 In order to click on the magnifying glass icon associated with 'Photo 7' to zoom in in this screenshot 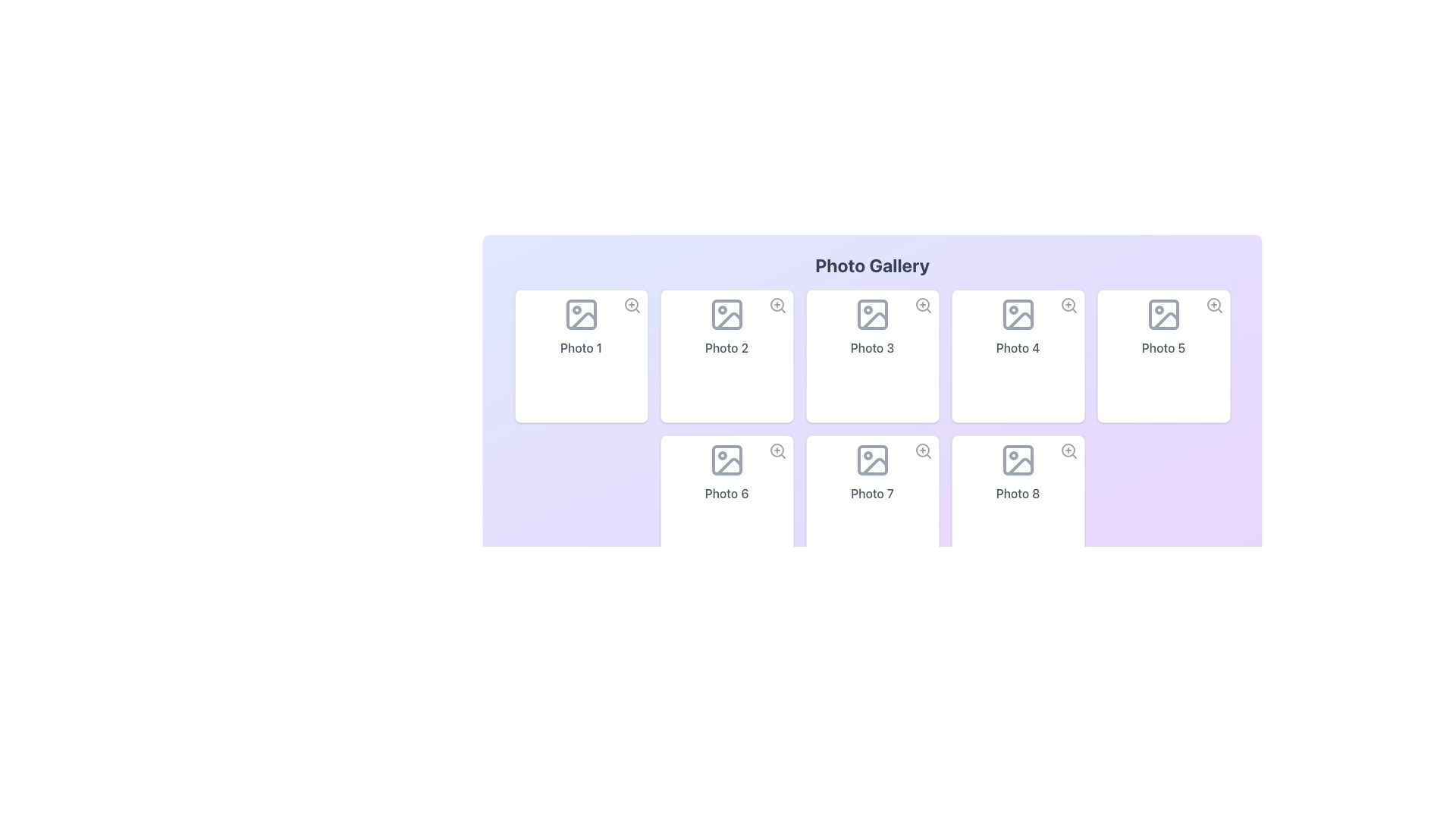, I will do `click(921, 450)`.